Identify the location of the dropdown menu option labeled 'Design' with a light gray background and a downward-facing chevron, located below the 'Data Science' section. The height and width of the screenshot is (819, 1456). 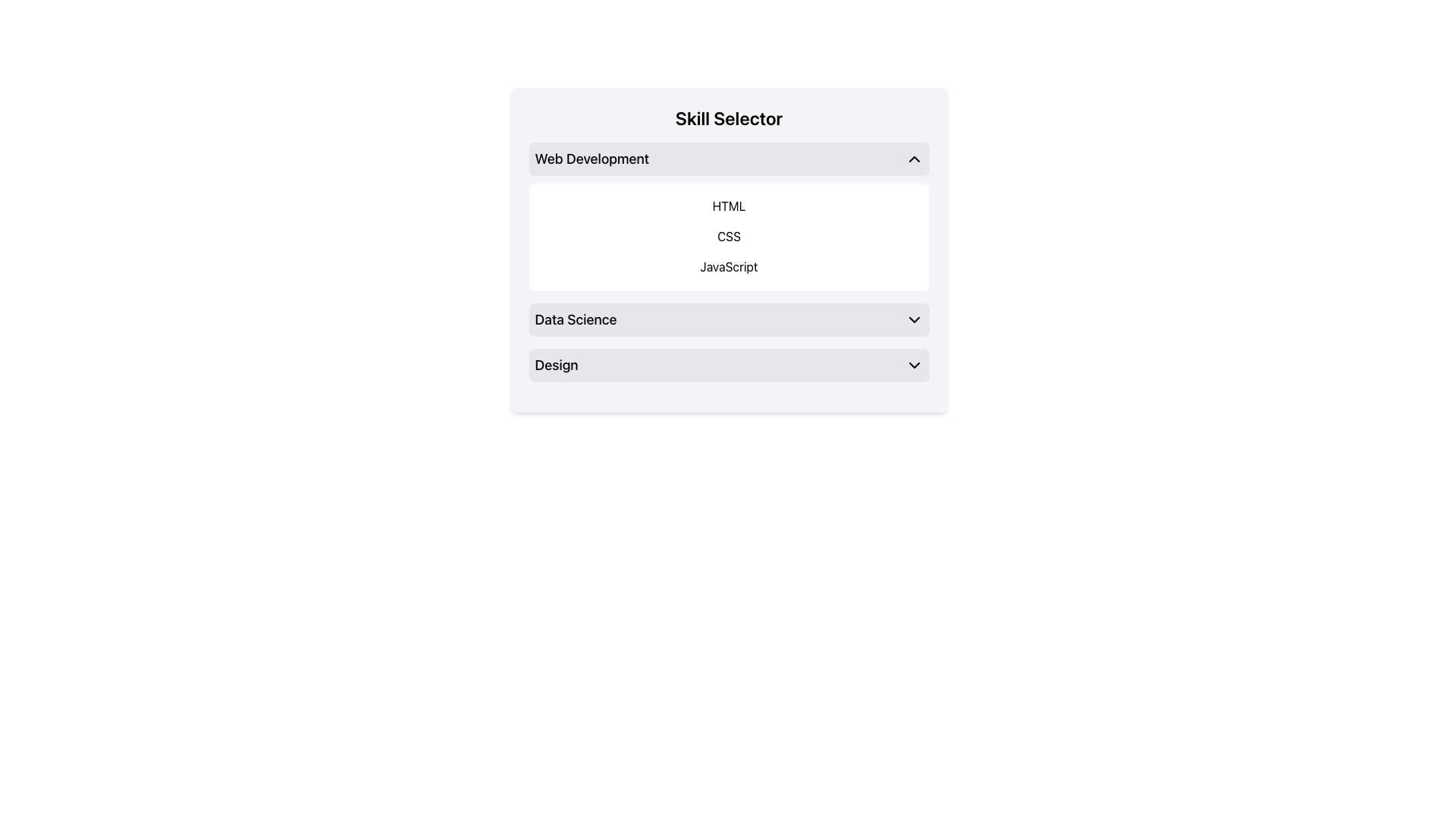
(729, 366).